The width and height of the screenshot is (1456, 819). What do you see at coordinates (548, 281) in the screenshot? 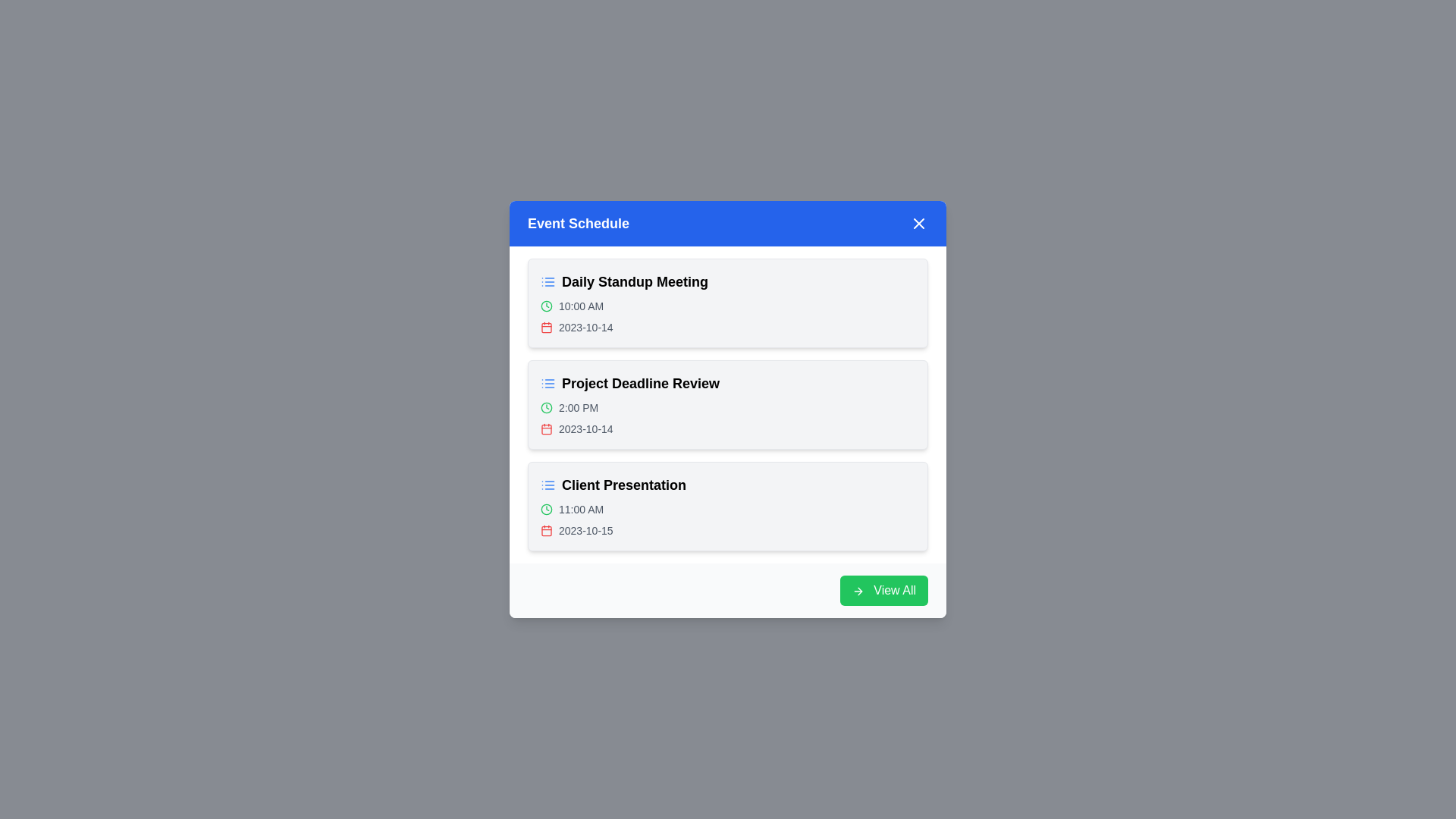
I see `the blue horizontally aligned list icon located to the left of the text 'Daily Standup Meeting'` at bounding box center [548, 281].